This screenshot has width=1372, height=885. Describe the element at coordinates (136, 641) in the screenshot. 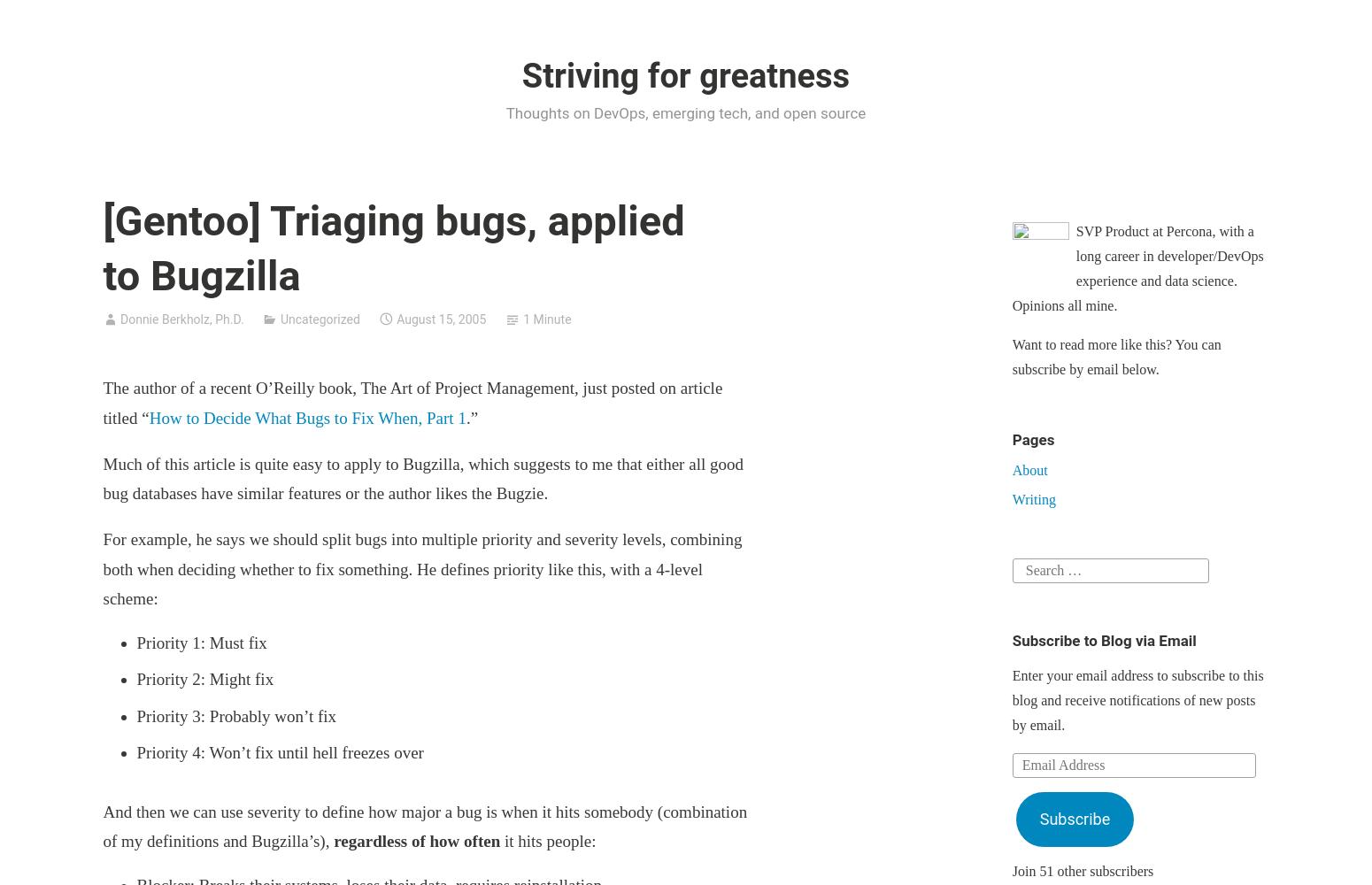

I see `'Priority 1: Must fix'` at that location.